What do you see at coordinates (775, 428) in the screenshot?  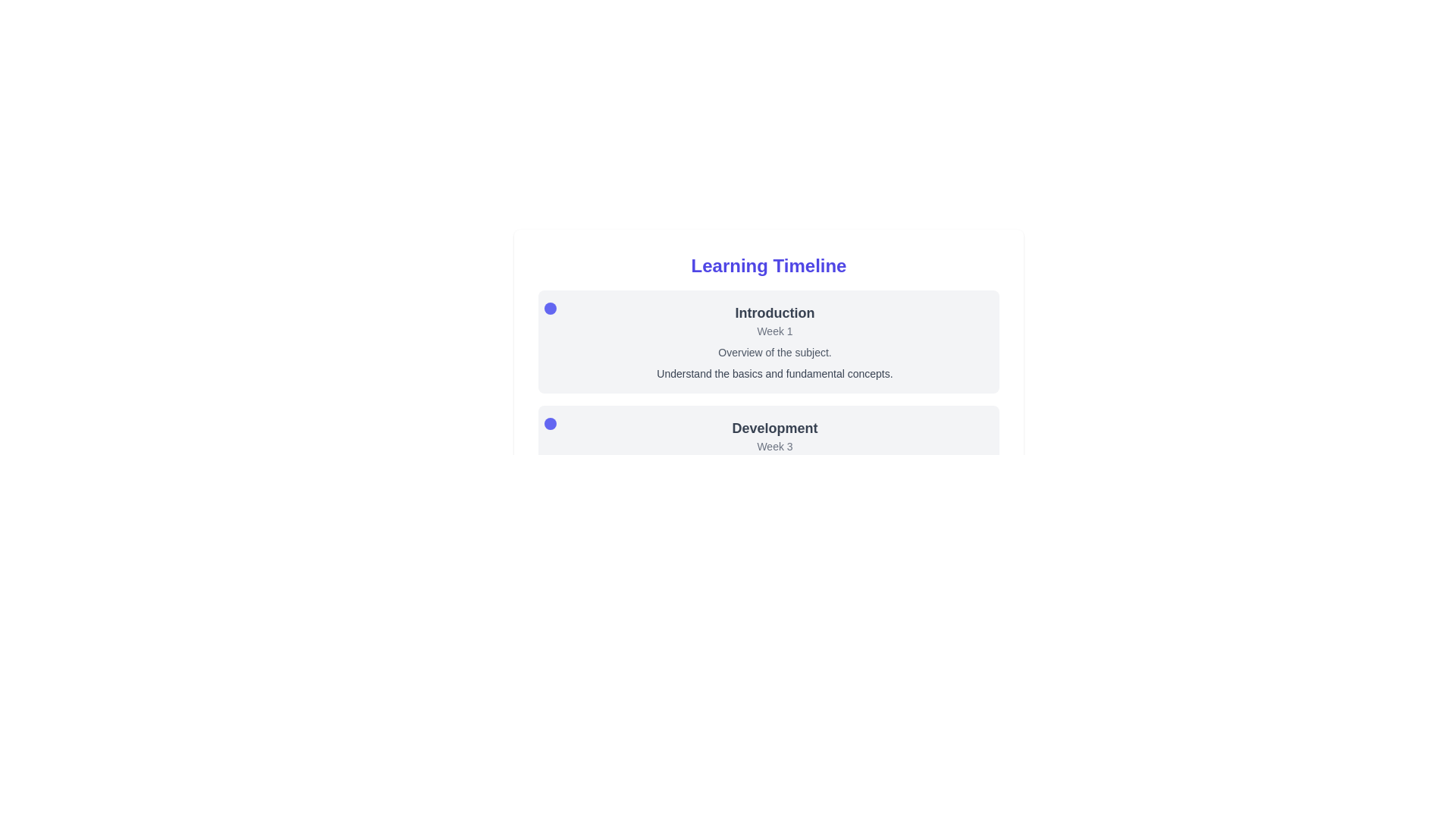 I see `text of the Text Label that serves as a title or heading within the timeline-style interface, positioned above 'Week 3' and to the right of a small circular indigo icon` at bounding box center [775, 428].